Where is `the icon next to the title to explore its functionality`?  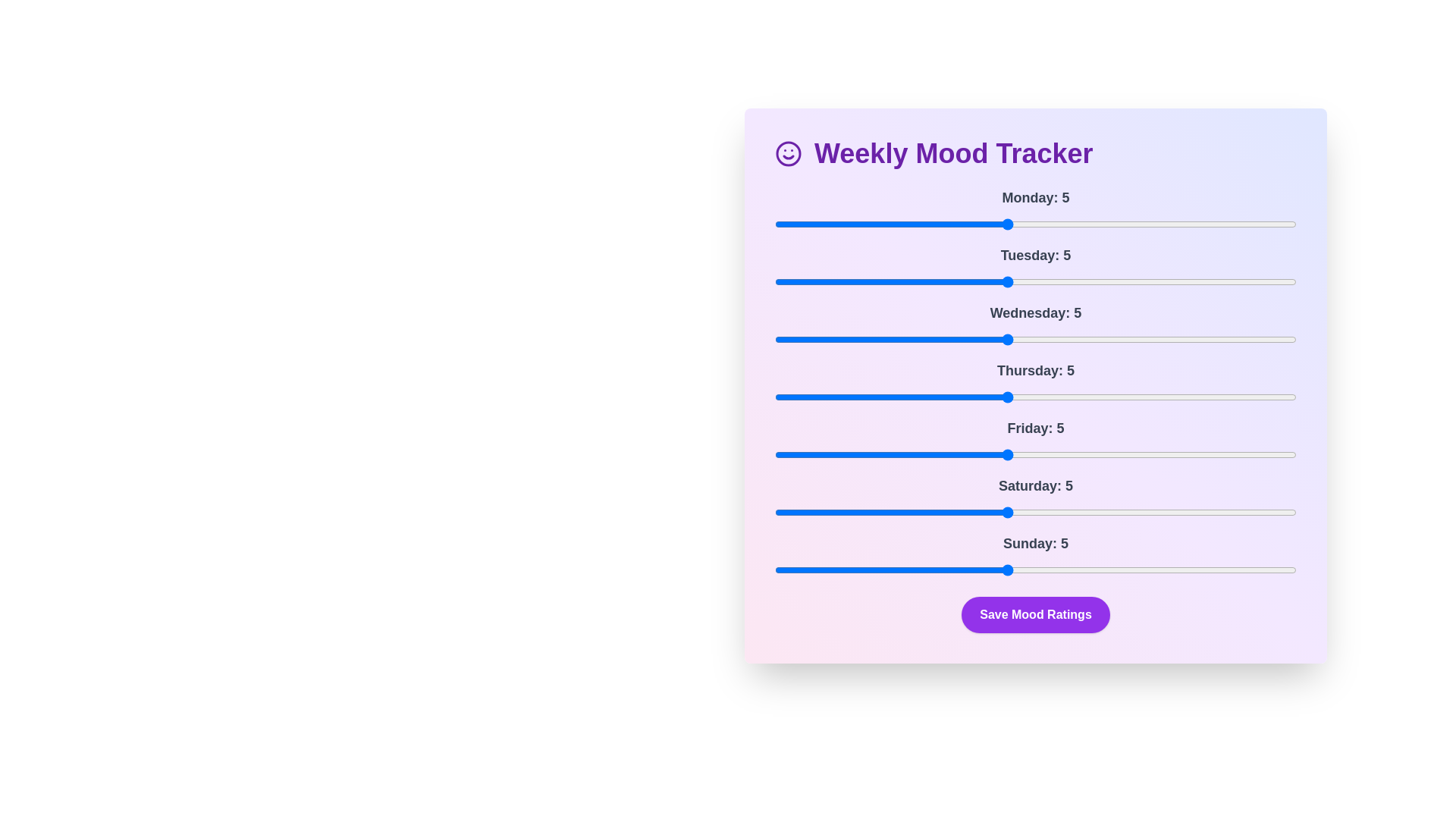
the icon next to the title to explore its functionality is located at coordinates (789, 154).